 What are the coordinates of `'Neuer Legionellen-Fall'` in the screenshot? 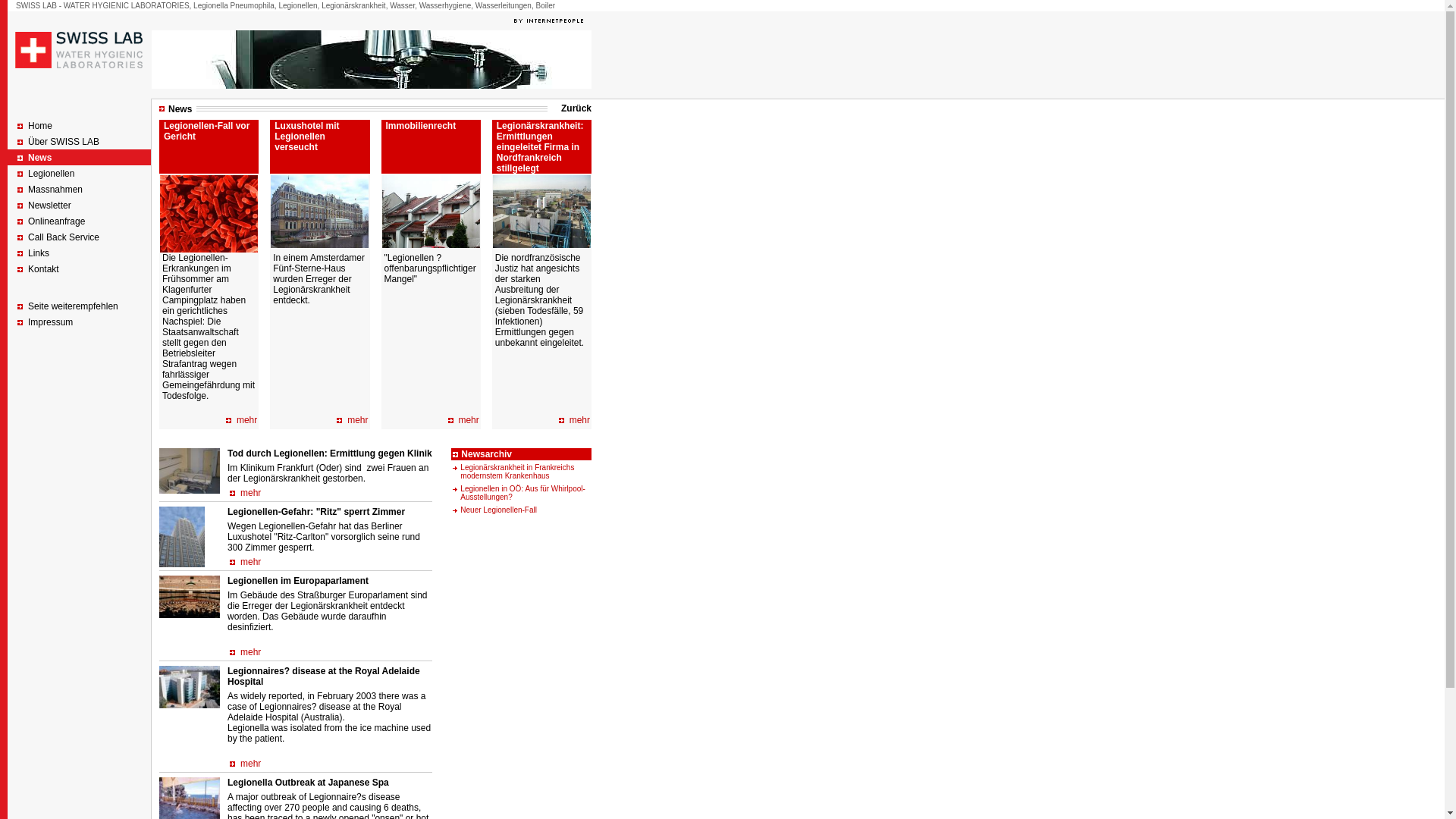 It's located at (498, 510).